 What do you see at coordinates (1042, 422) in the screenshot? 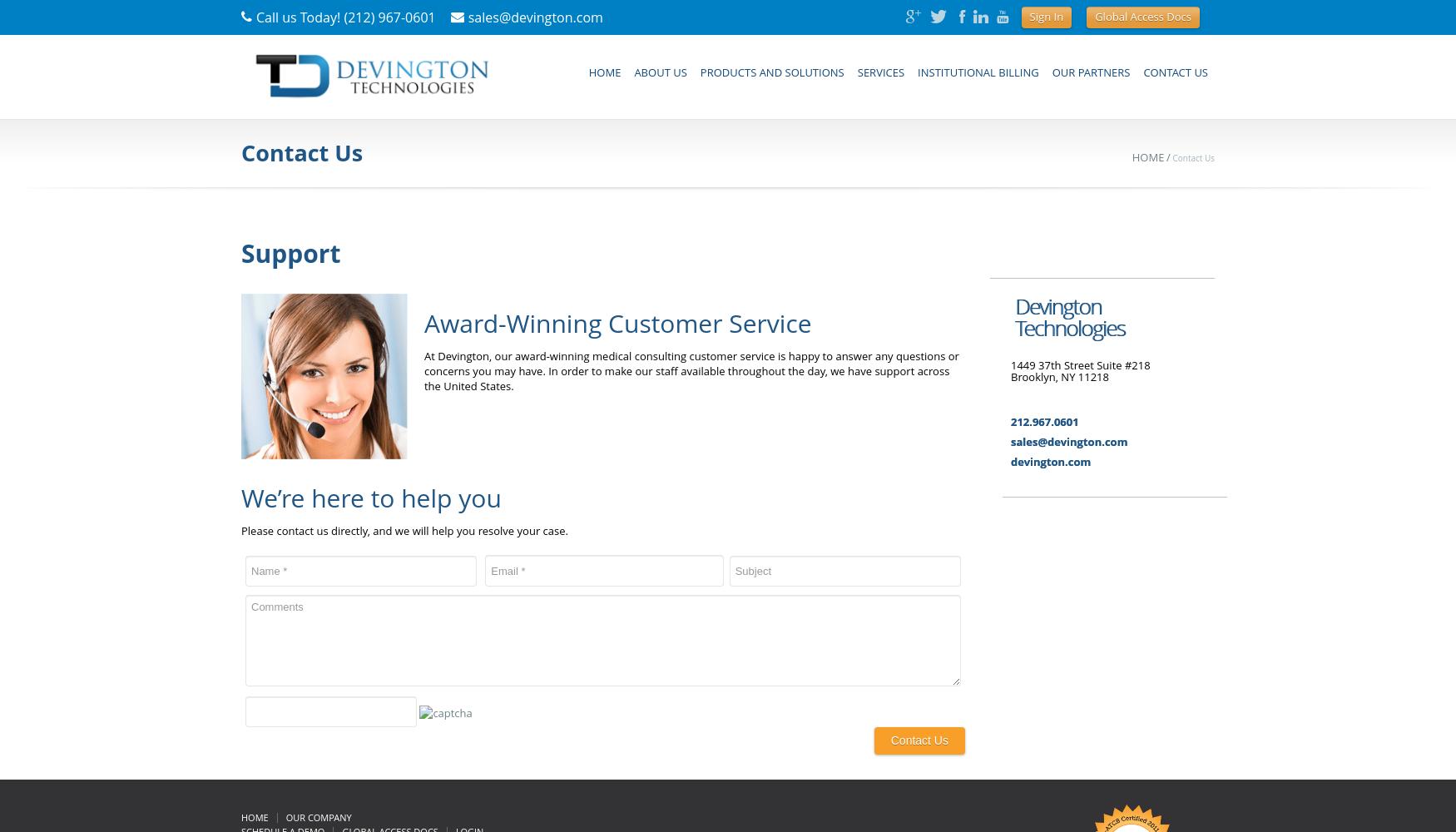
I see `'212.967.0601'` at bounding box center [1042, 422].